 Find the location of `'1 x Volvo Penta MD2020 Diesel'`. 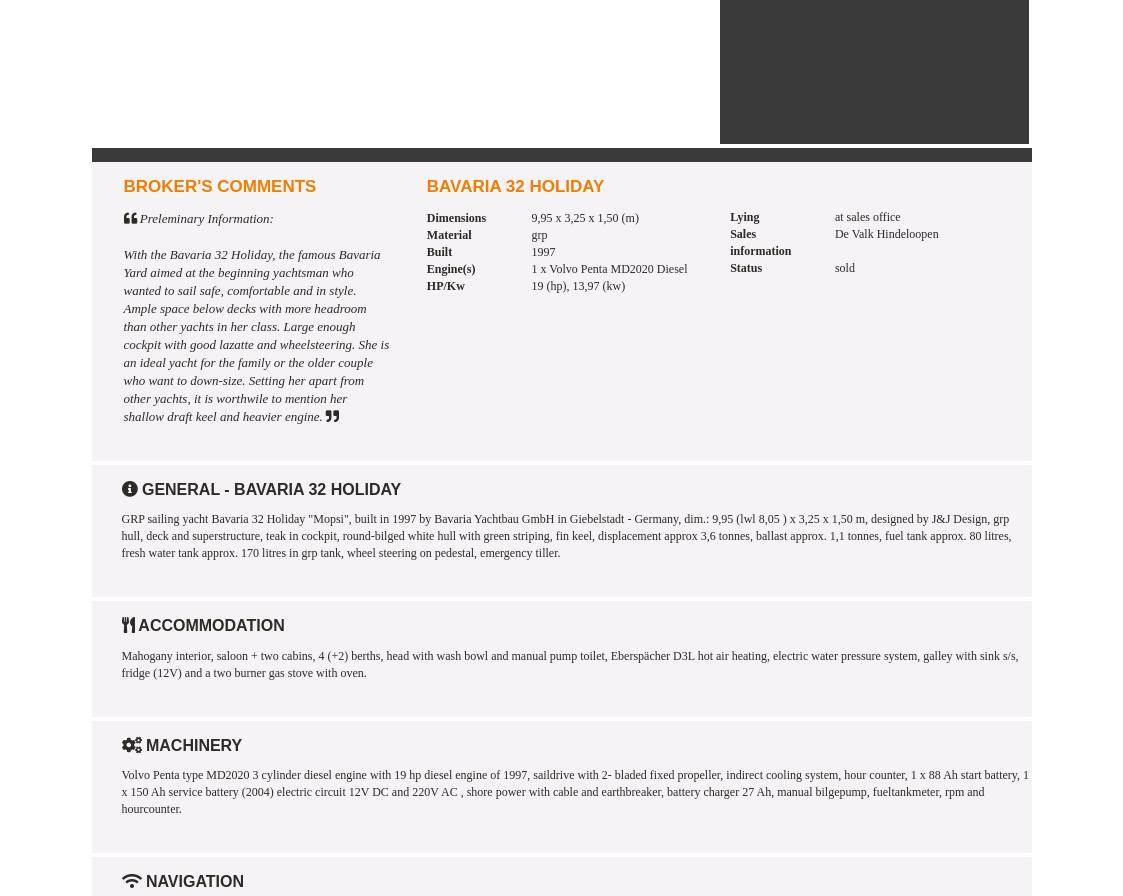

'1 x Volvo Penta MD2020 Diesel' is located at coordinates (609, 268).